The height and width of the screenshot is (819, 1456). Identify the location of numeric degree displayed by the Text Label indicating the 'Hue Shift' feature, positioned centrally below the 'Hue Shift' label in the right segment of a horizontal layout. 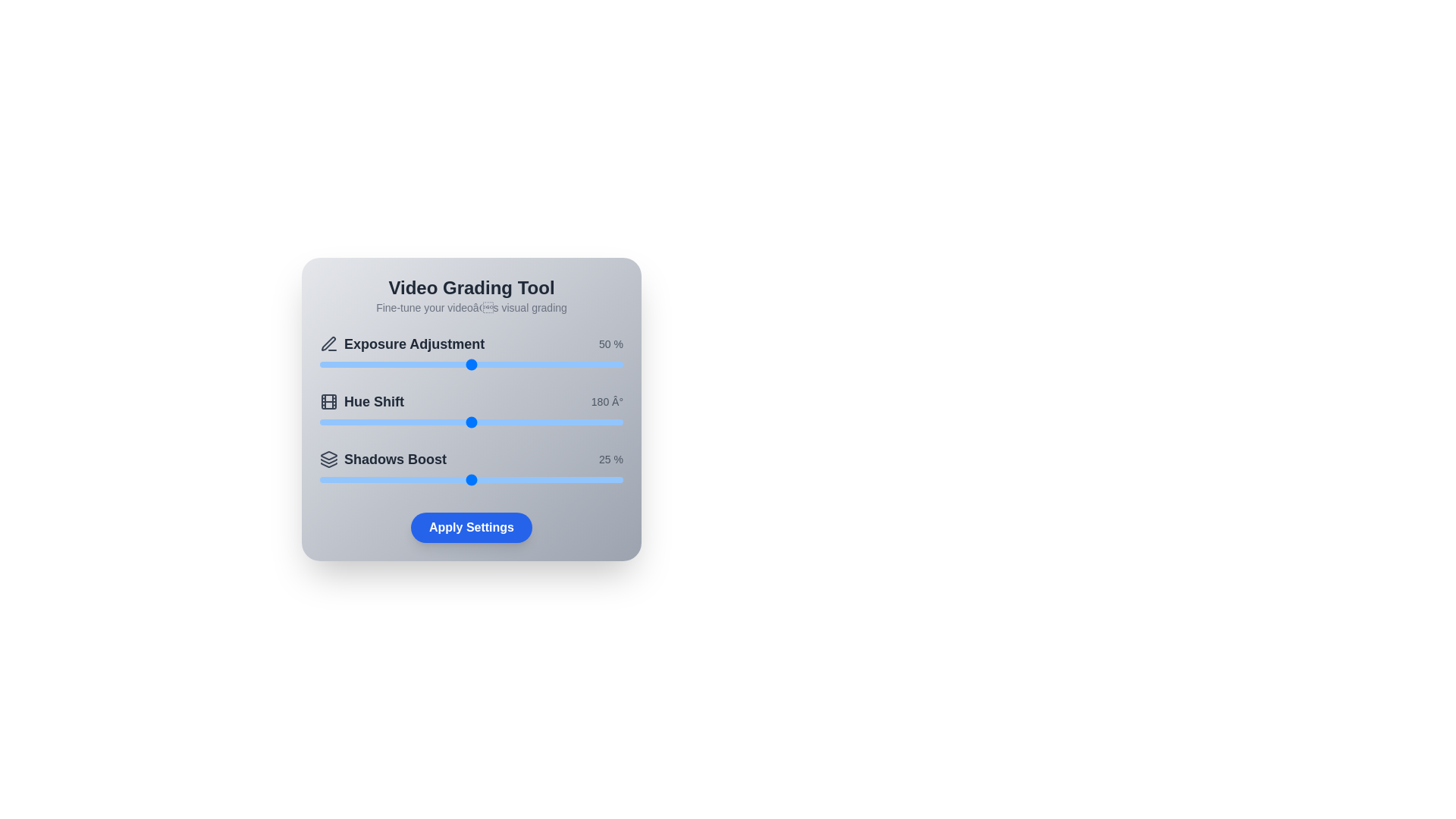
(607, 400).